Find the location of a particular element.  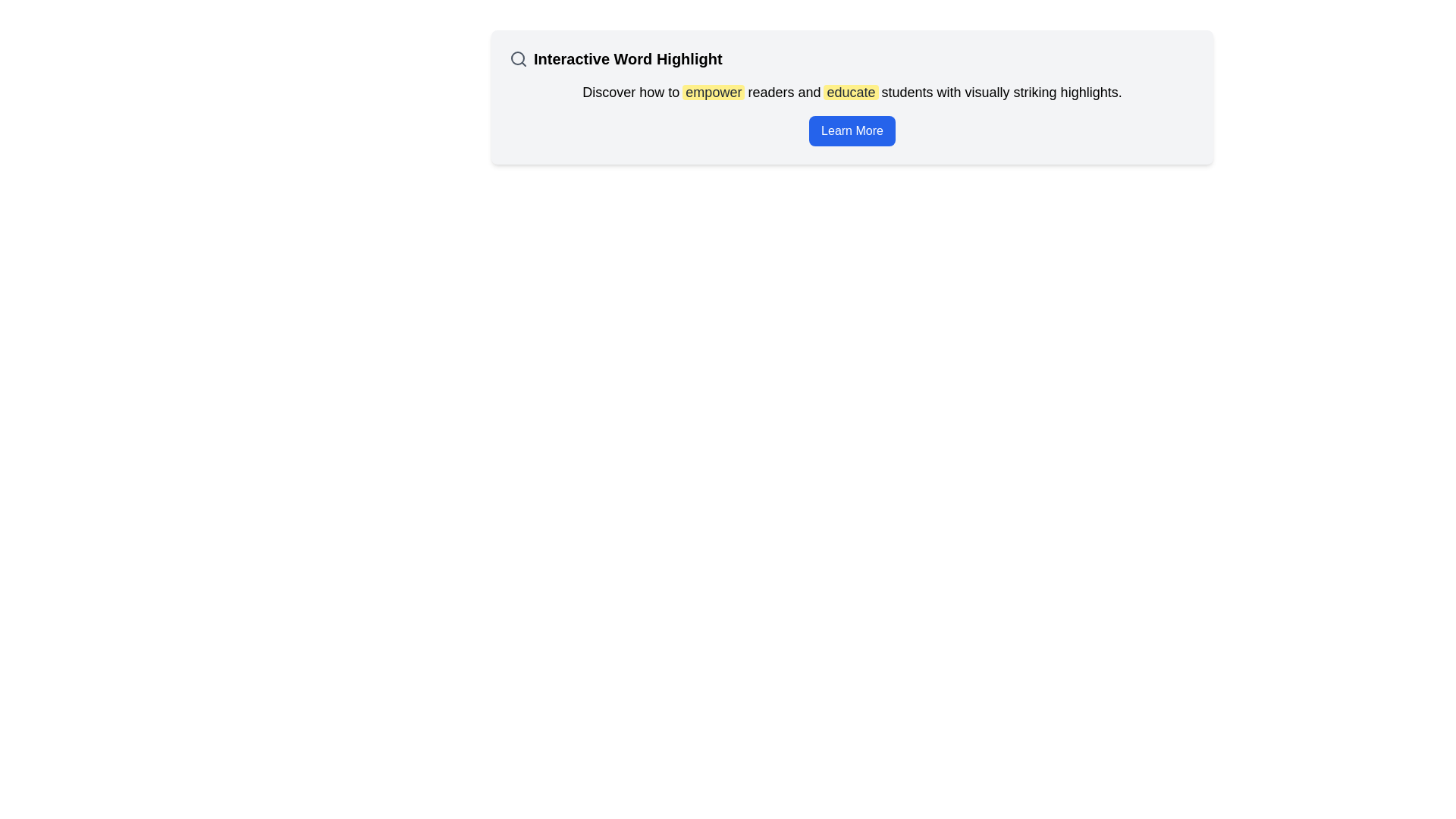

highlighted word 'empower' that emphasizes key terms in the text under the heading 'Interactive Word Highlight' is located at coordinates (713, 93).